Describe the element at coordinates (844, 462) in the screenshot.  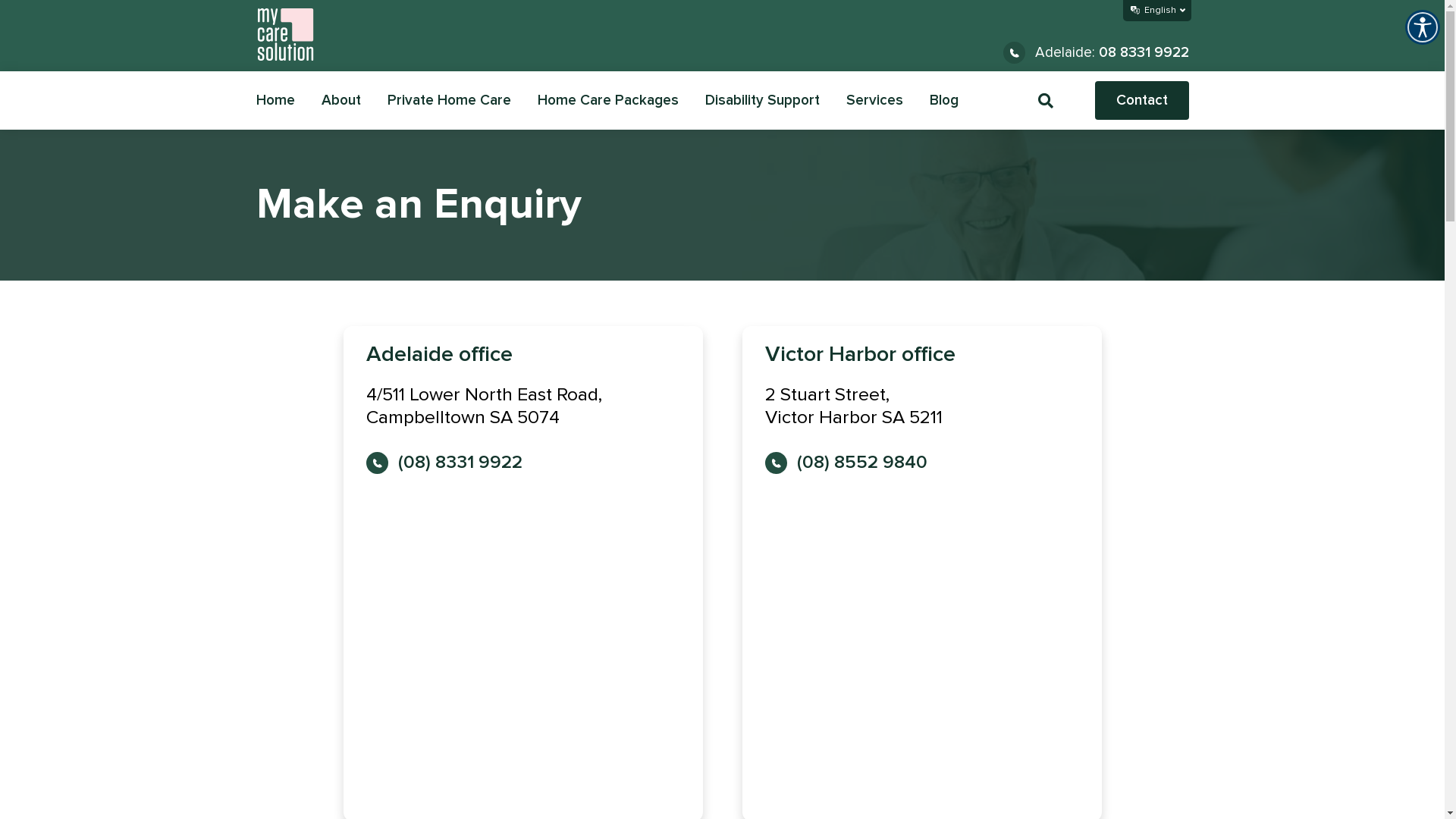
I see `'(08) 8552 9840'` at that location.